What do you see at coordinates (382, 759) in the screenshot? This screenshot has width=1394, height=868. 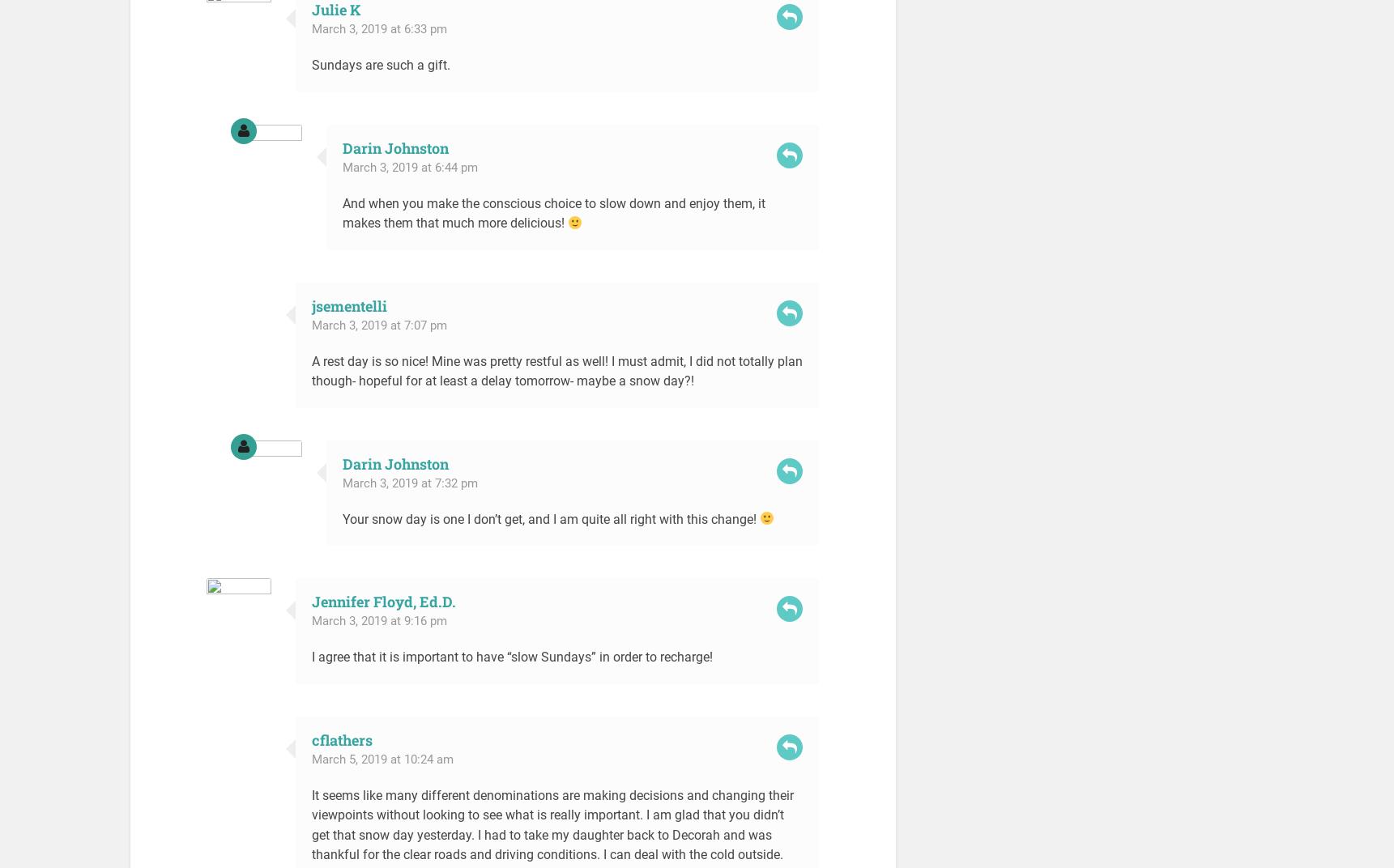 I see `'March 5, 2019 at 10:24 am'` at bounding box center [382, 759].